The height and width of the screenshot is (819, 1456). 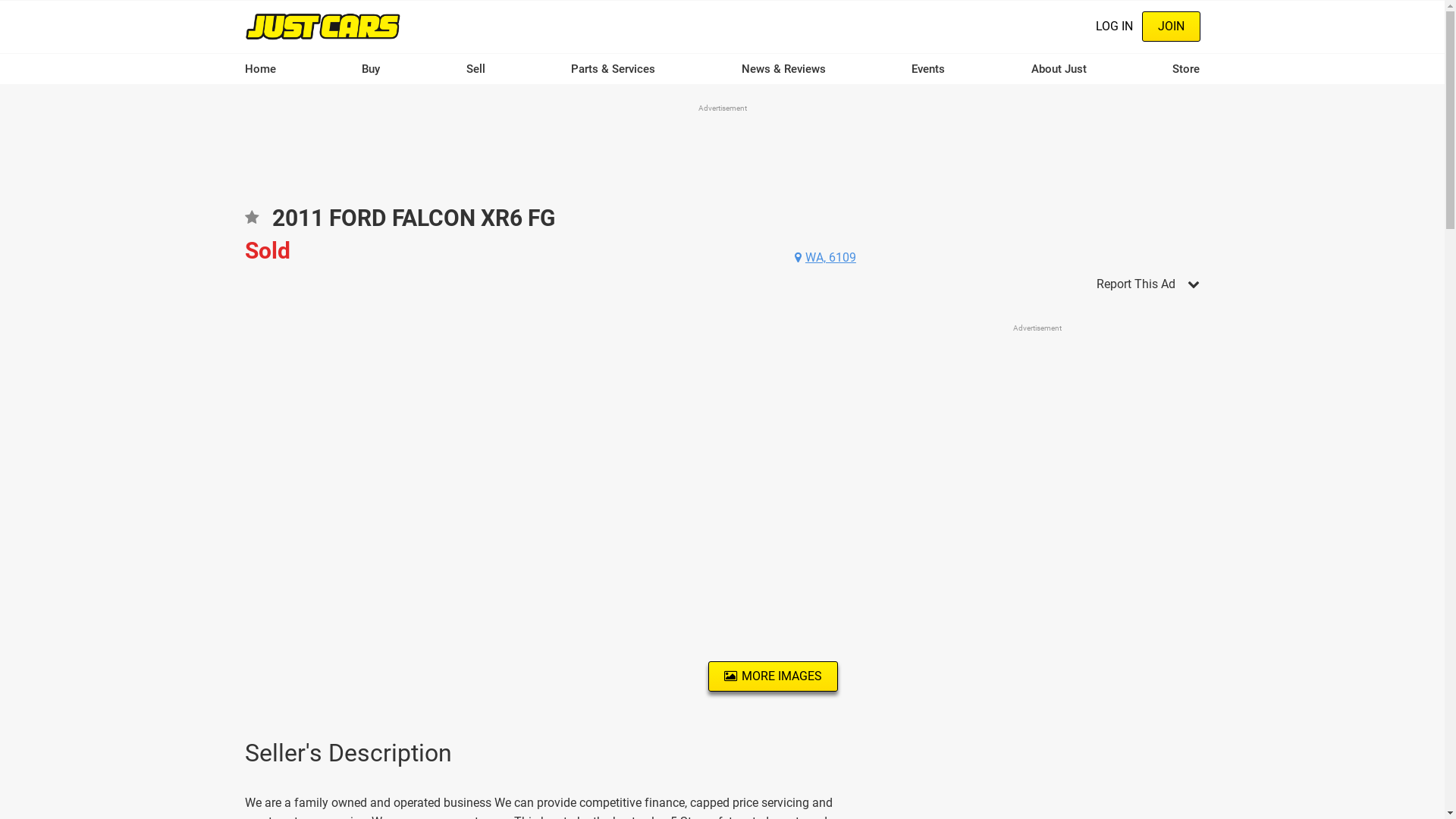 What do you see at coordinates (0, 0) in the screenshot?
I see `'Skip to main content'` at bounding box center [0, 0].